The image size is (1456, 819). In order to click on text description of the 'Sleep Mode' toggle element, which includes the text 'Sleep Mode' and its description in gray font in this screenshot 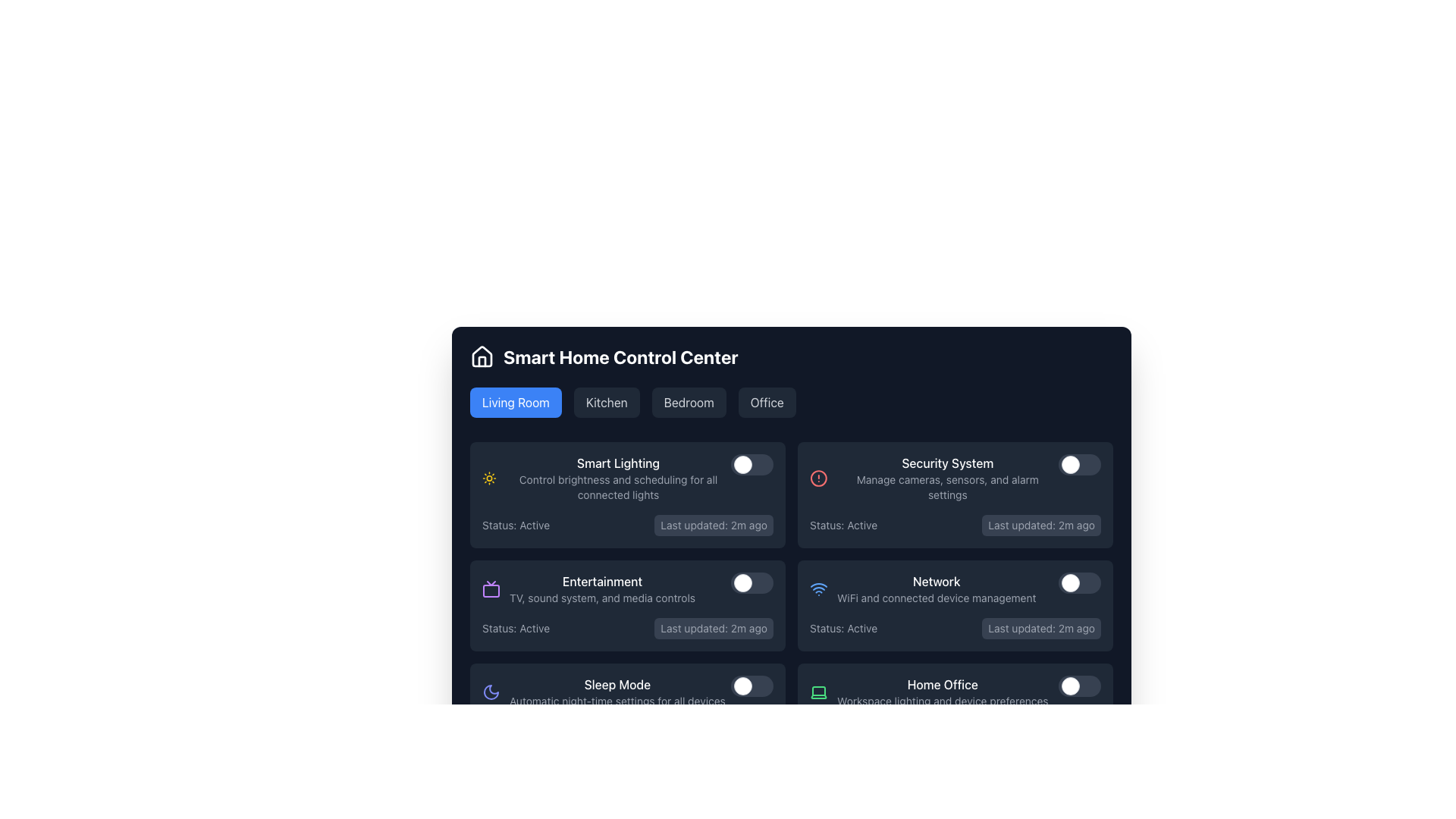, I will do `click(628, 692)`.